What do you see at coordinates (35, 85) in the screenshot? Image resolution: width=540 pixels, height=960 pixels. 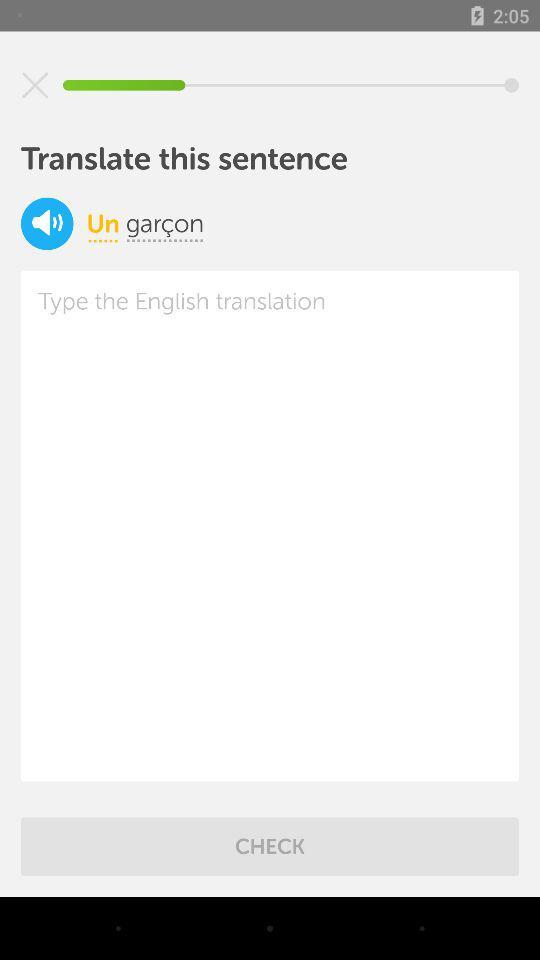 I see `the screen` at bounding box center [35, 85].